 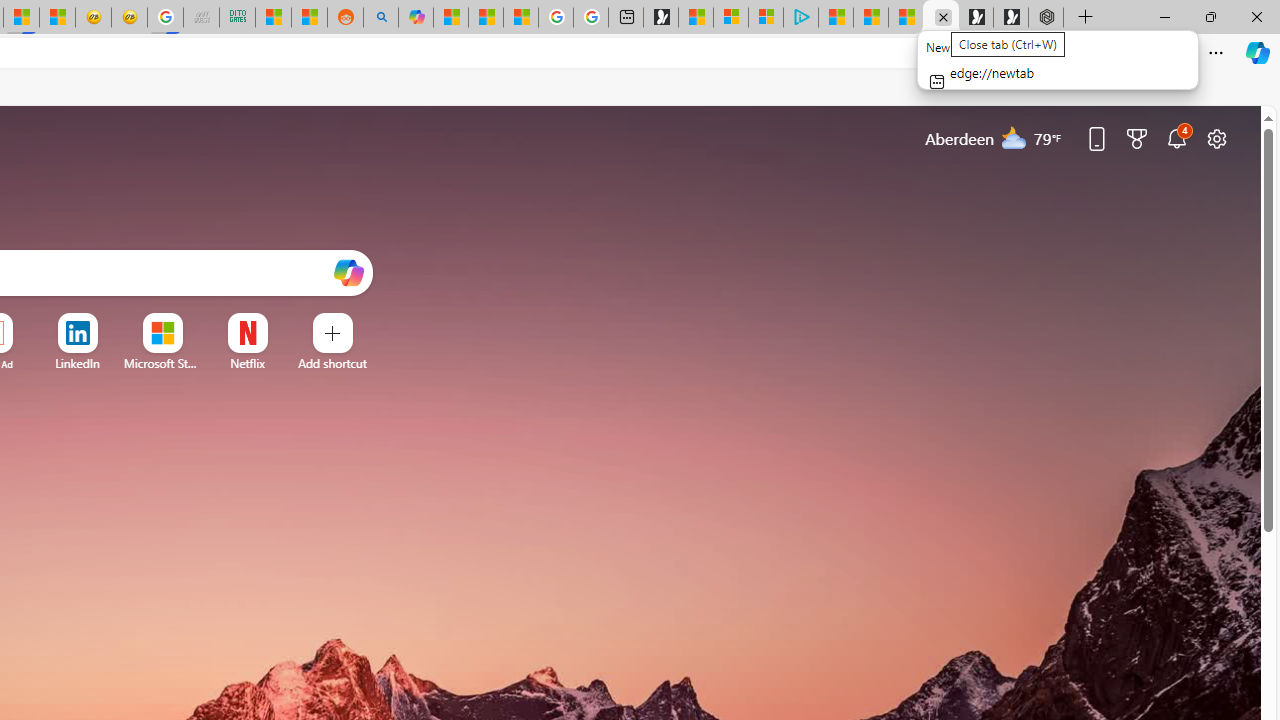 I want to click on 'Utah sues federal government - Search', so click(x=380, y=17).